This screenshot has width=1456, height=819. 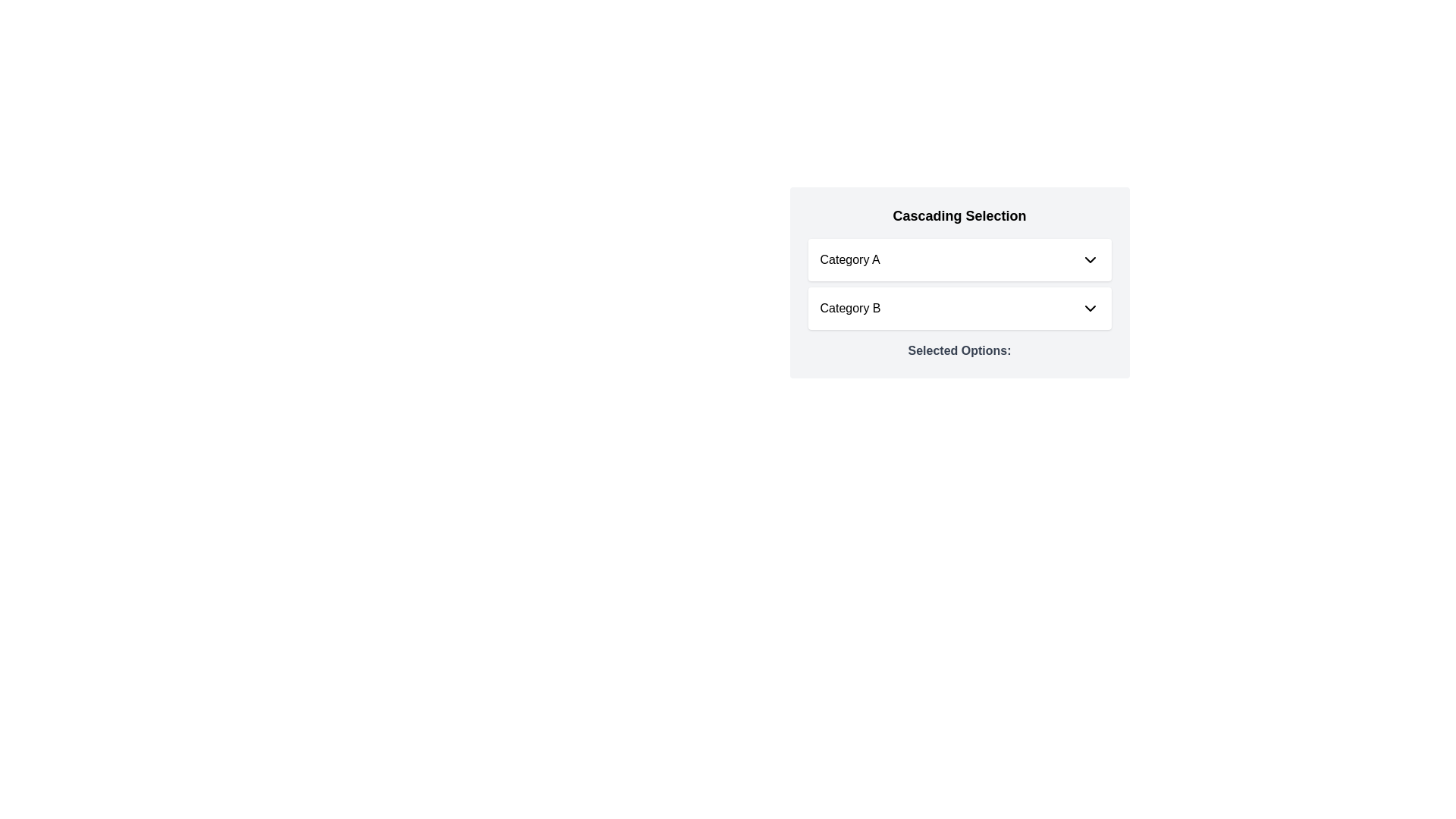 I want to click on the first dropdown selector in the vertical list, so click(x=959, y=259).